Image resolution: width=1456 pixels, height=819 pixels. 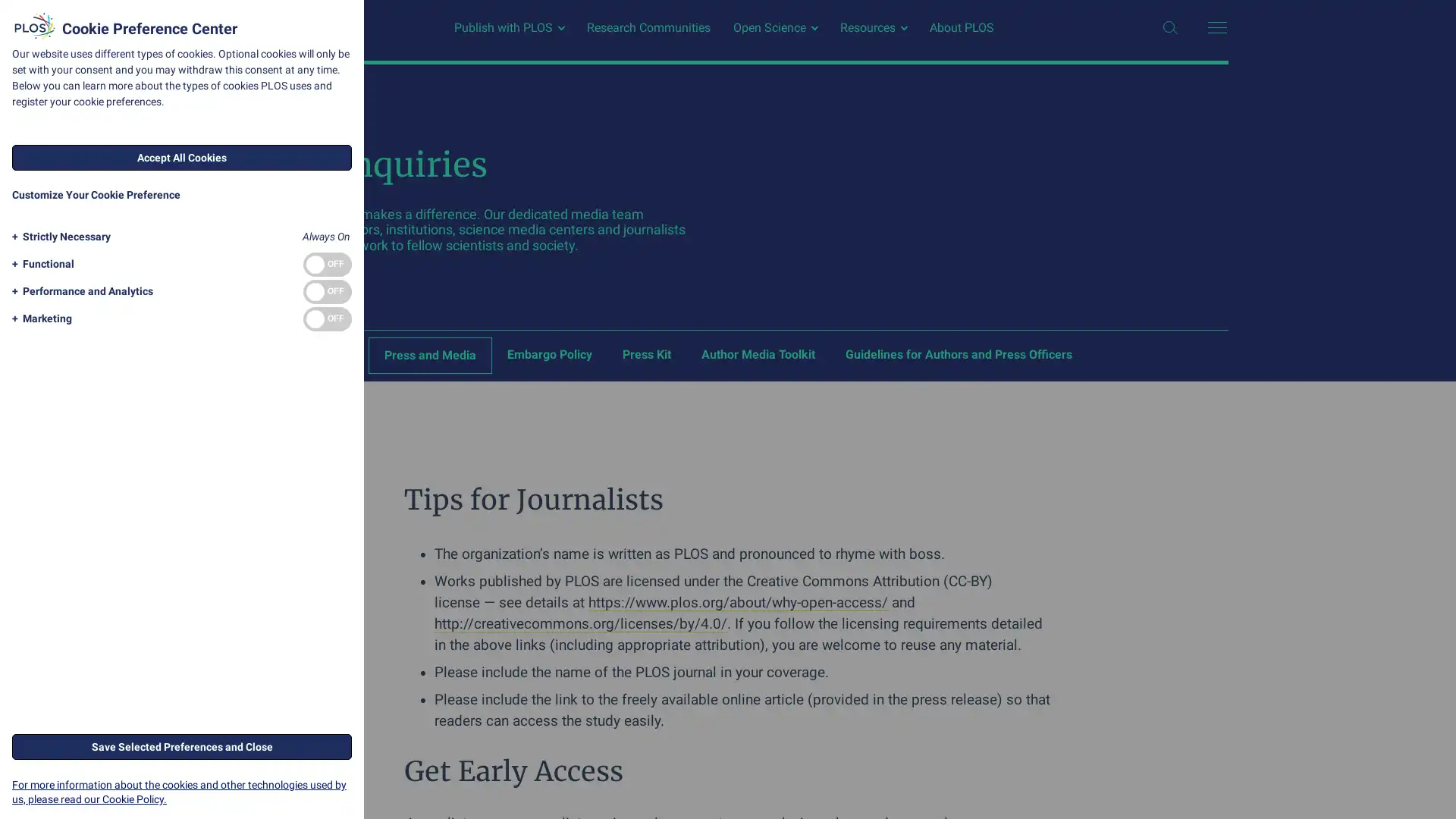 I want to click on Toggle explanation of Marketing Cookies., so click(x=39, y=318).